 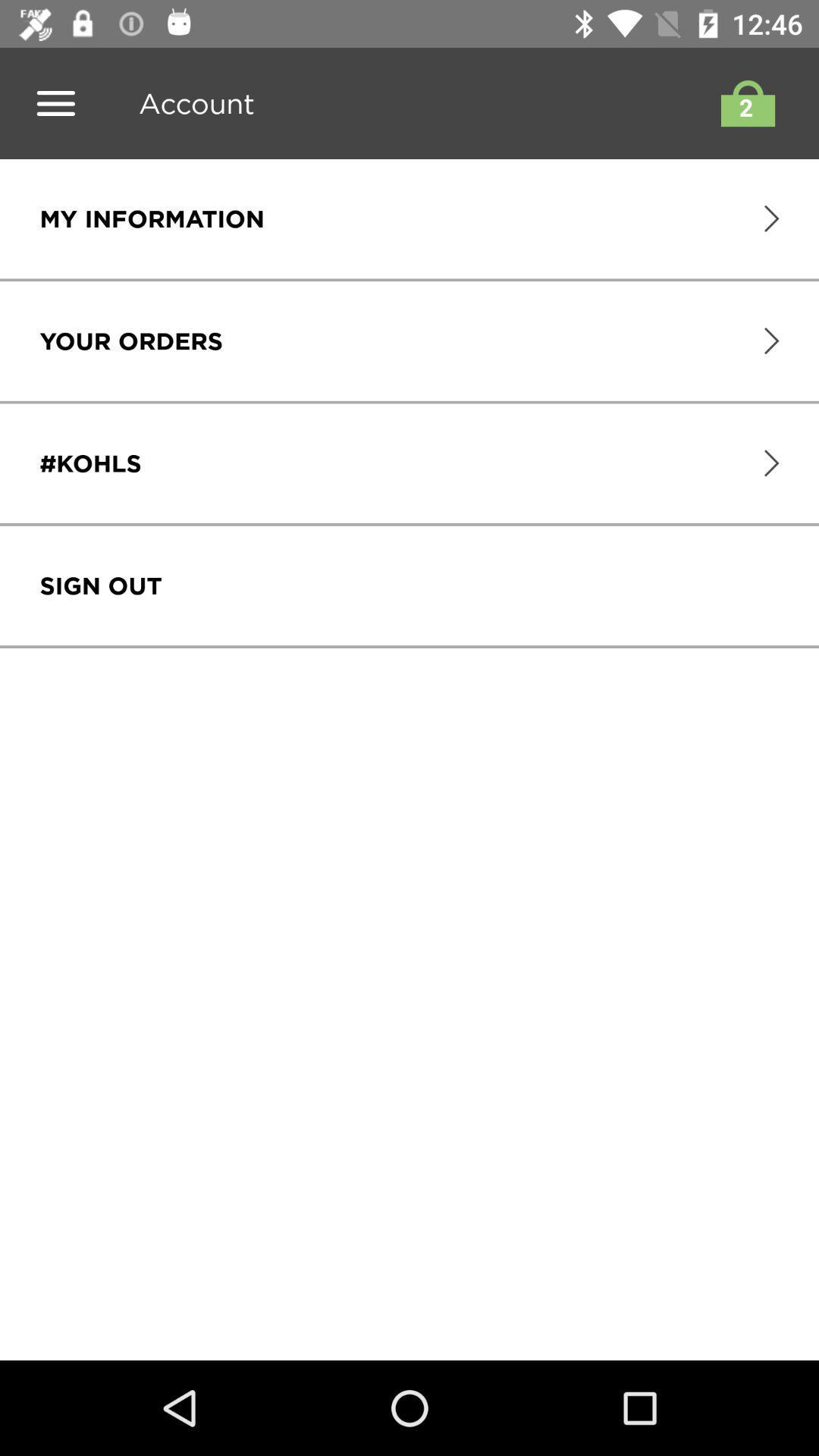 I want to click on sign out item, so click(x=101, y=585).